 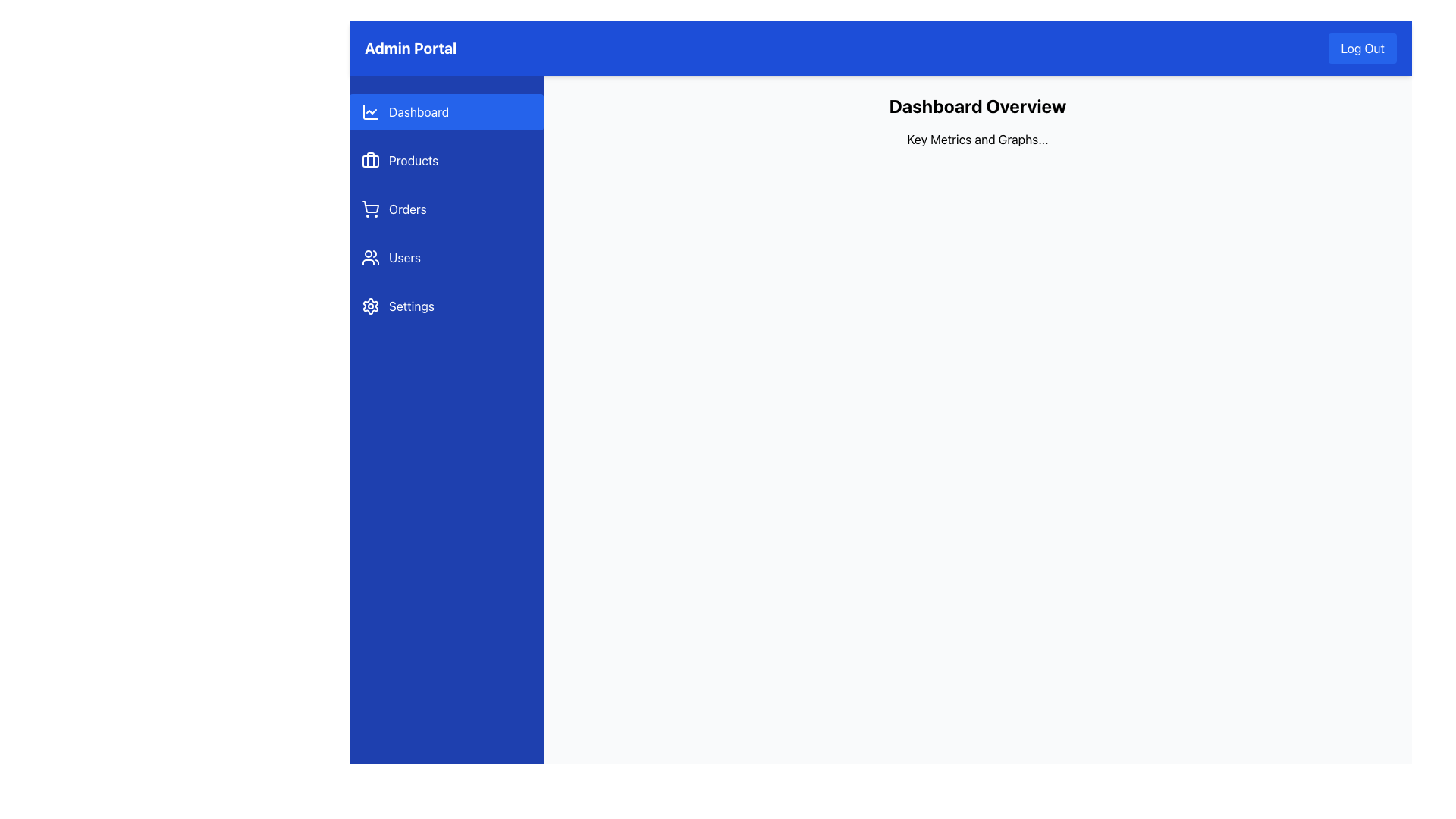 What do you see at coordinates (413, 161) in the screenshot?
I see `the 'Products' text label in the side menu, which is located to the right of the briefcase icon and highlights on hover` at bounding box center [413, 161].